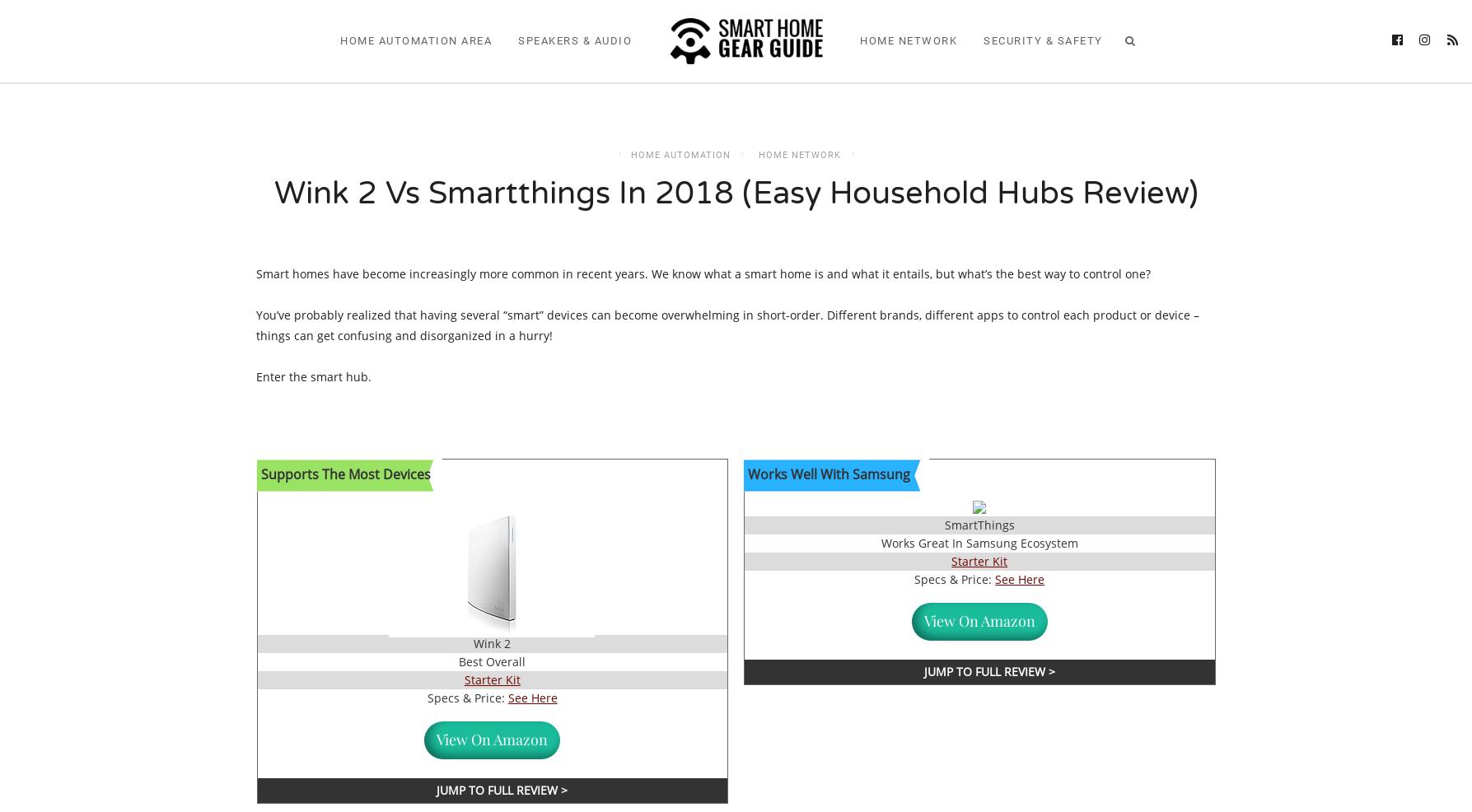 The width and height of the screenshot is (1472, 812). I want to click on '​Works Well With Samsung', so click(828, 474).